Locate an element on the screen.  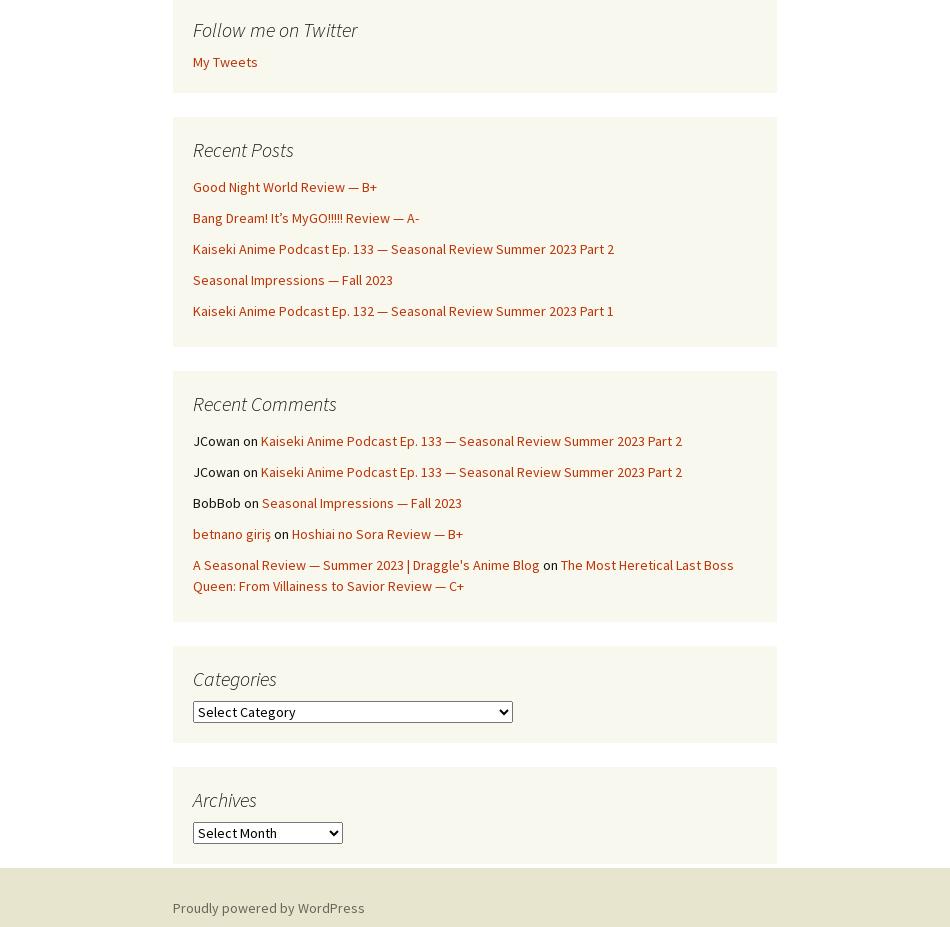
'Good Night World Review — B+' is located at coordinates (284, 186).